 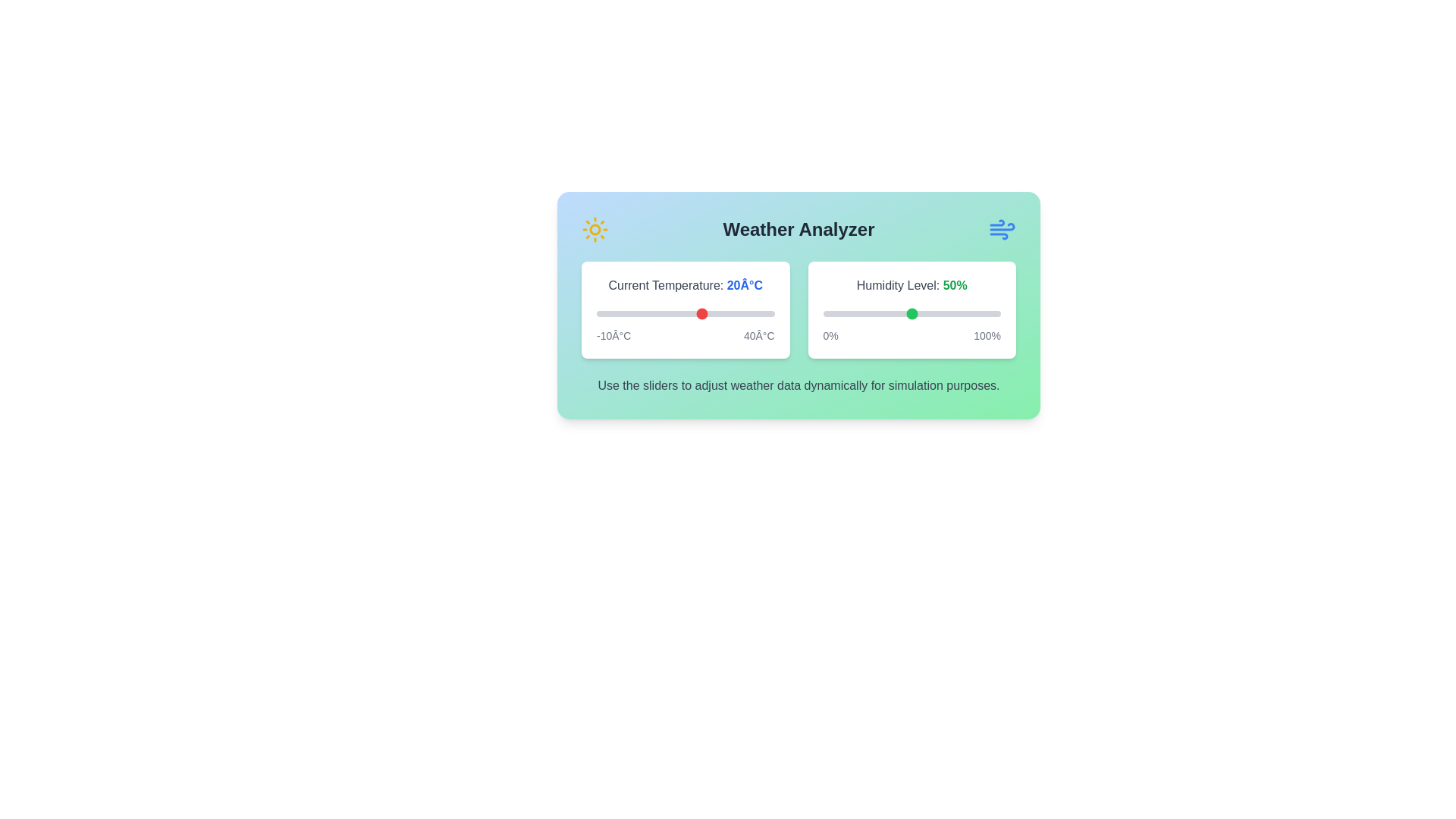 I want to click on the temperature slider to 12°C, so click(x=674, y=312).